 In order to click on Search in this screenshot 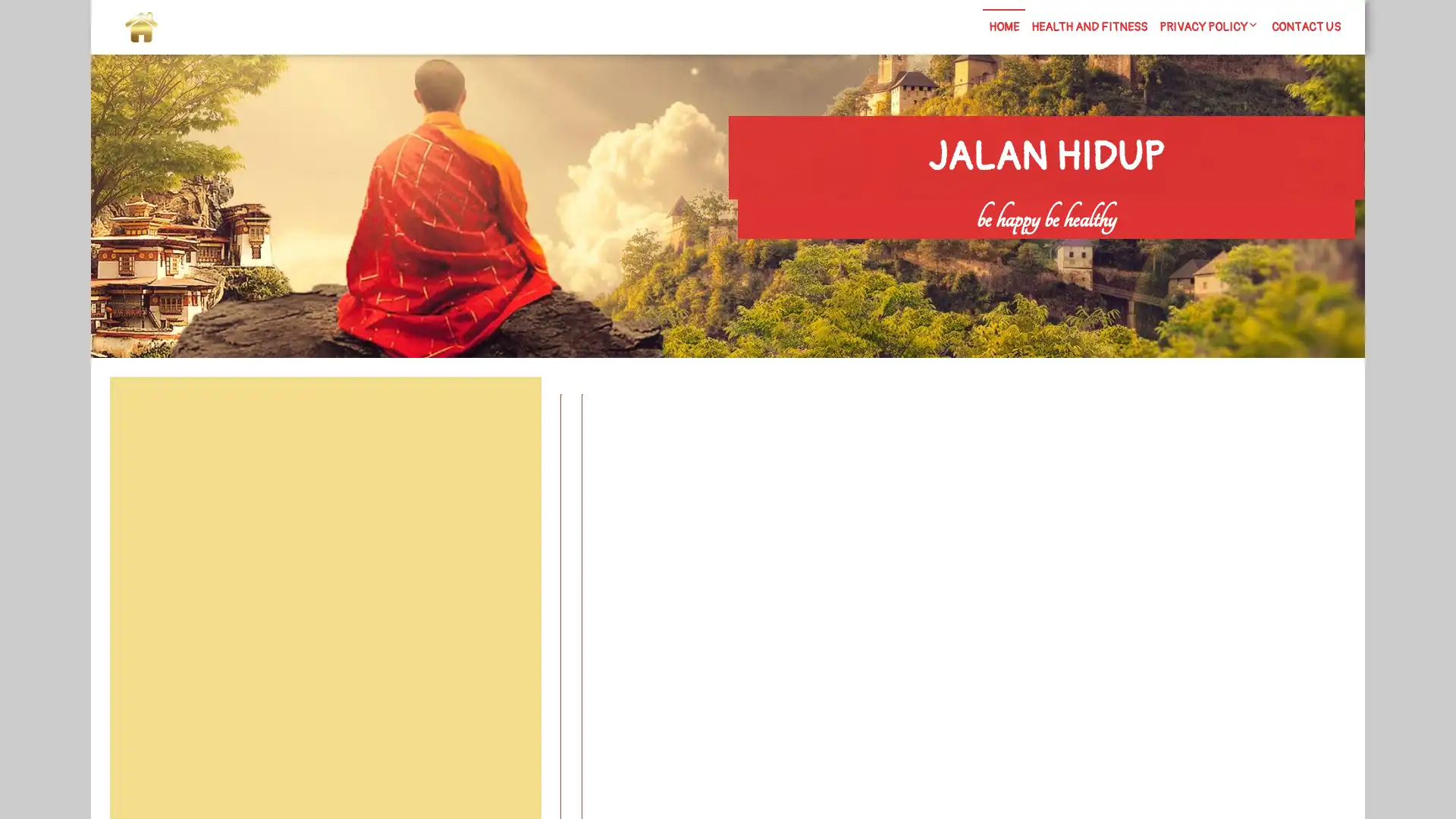, I will do `click(506, 413)`.